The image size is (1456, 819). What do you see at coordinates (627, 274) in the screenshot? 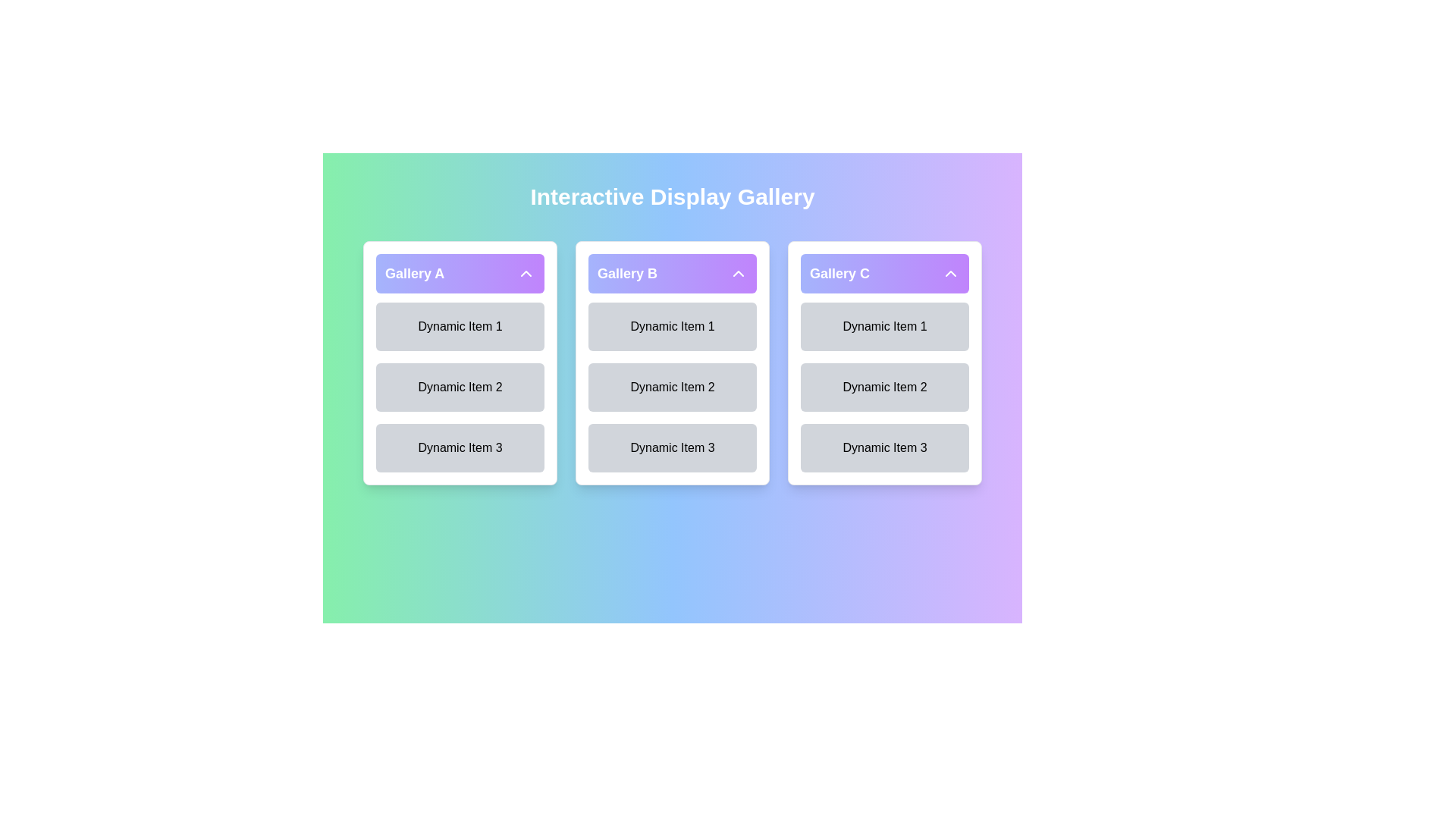
I see `the 'Gallery B' title in the middle gallery section, which is located in the central column of a three-column layout` at bounding box center [627, 274].